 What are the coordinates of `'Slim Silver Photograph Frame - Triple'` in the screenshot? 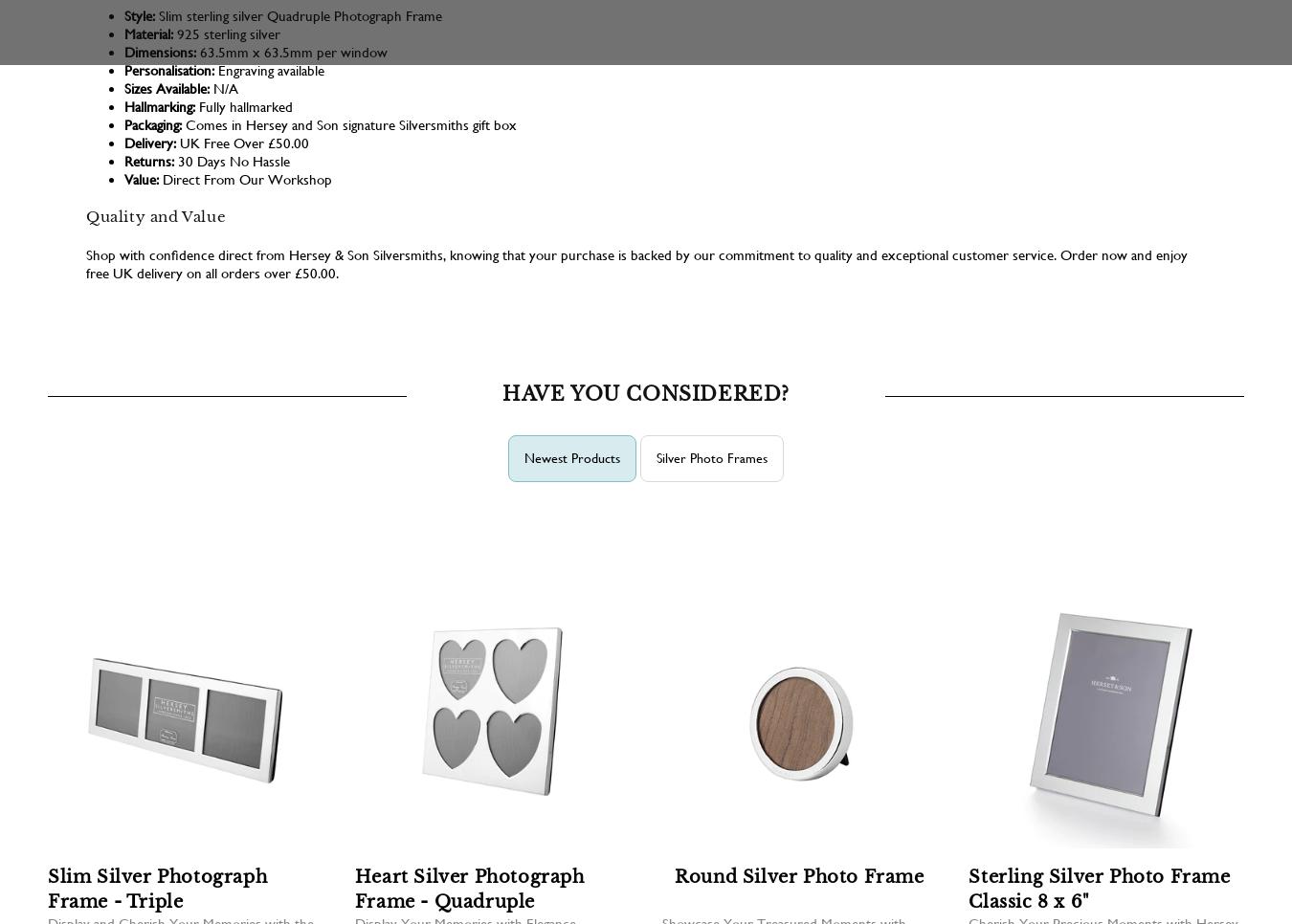 It's located at (157, 888).